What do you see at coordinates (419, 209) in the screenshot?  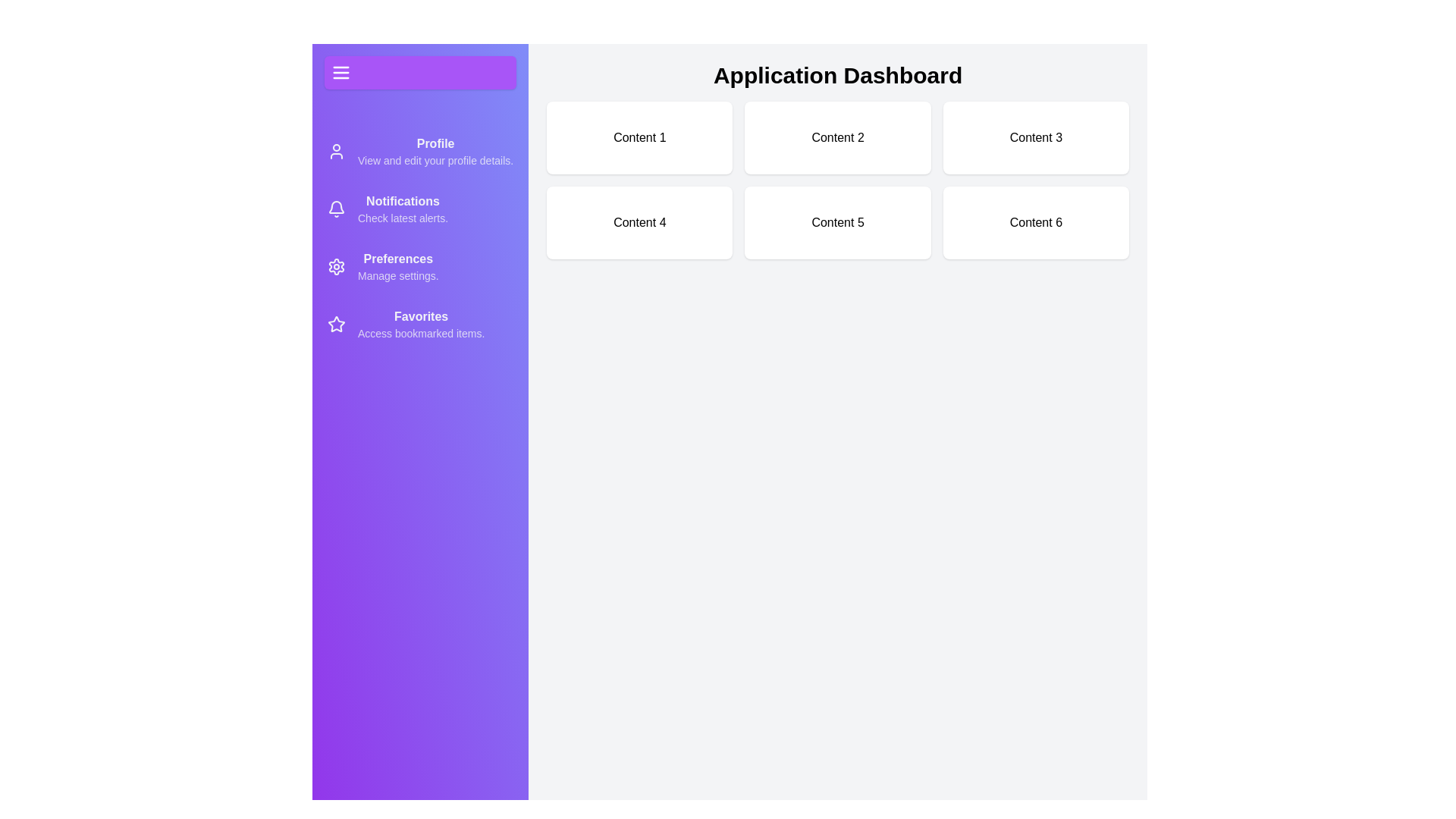 I see `the menu item Notifications from the list` at bounding box center [419, 209].